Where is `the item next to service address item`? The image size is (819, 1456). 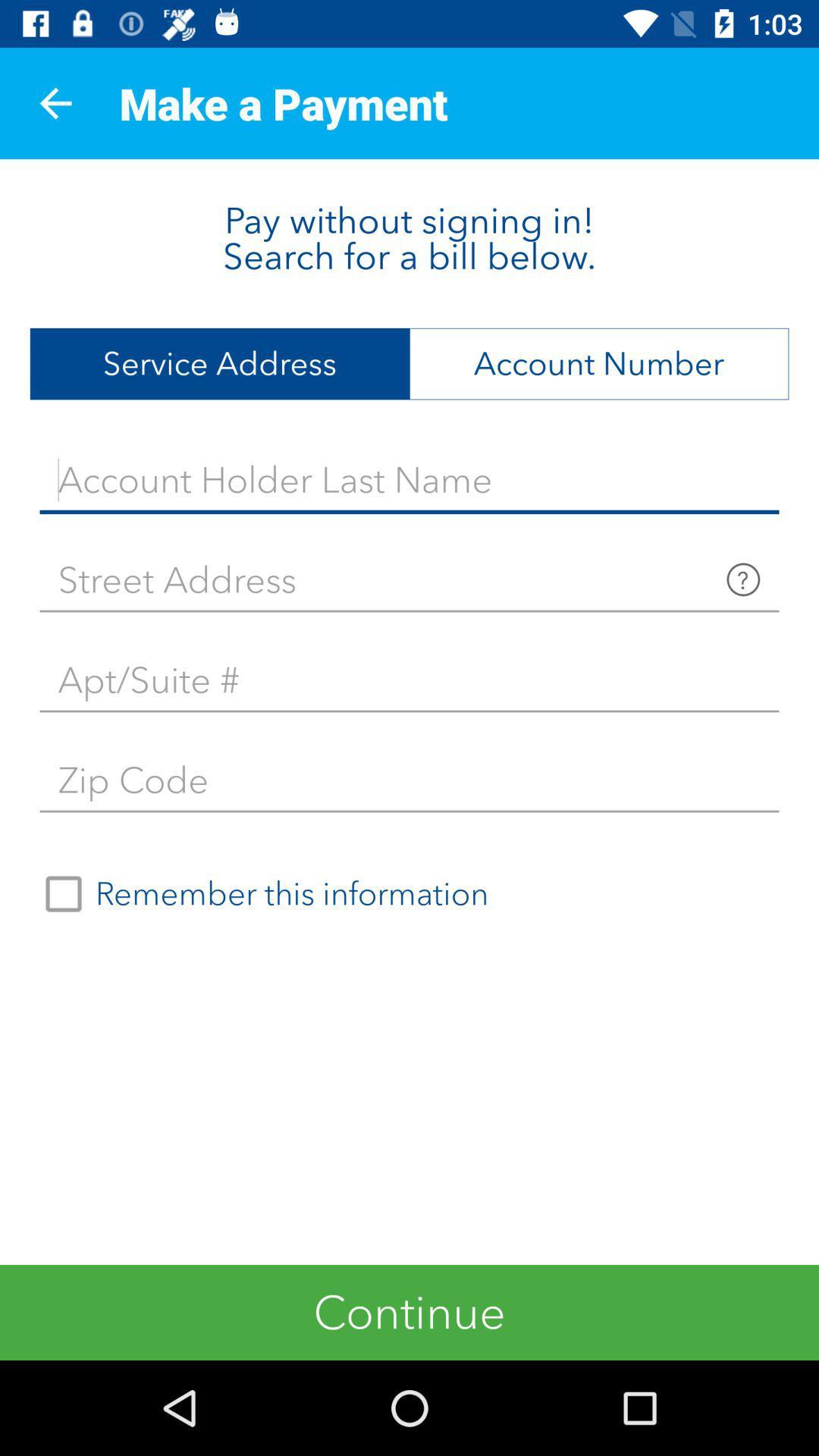
the item next to service address item is located at coordinates (598, 364).